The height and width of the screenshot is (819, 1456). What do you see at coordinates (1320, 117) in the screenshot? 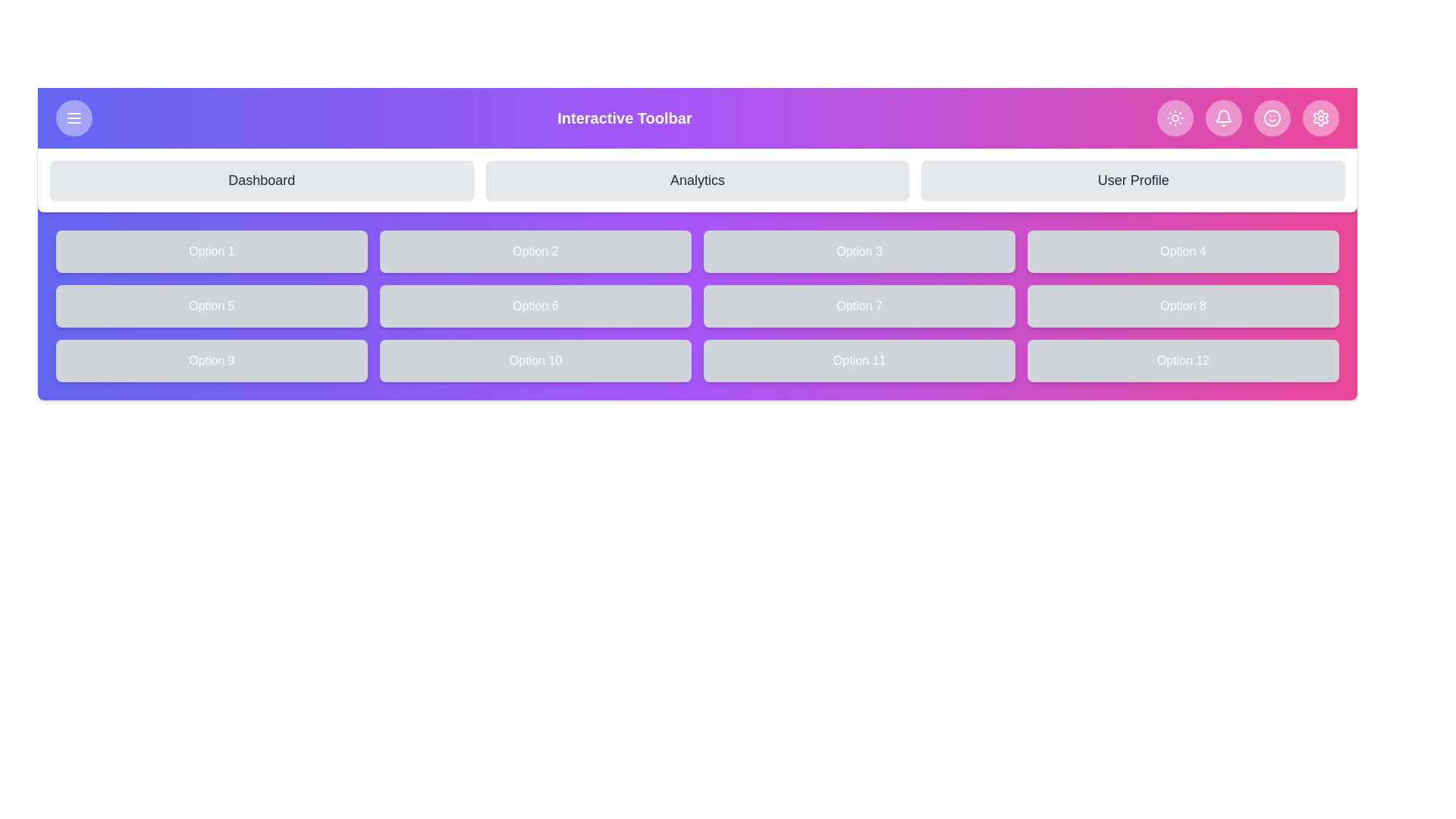
I see `the Settings icon in the navigation bar` at bounding box center [1320, 117].